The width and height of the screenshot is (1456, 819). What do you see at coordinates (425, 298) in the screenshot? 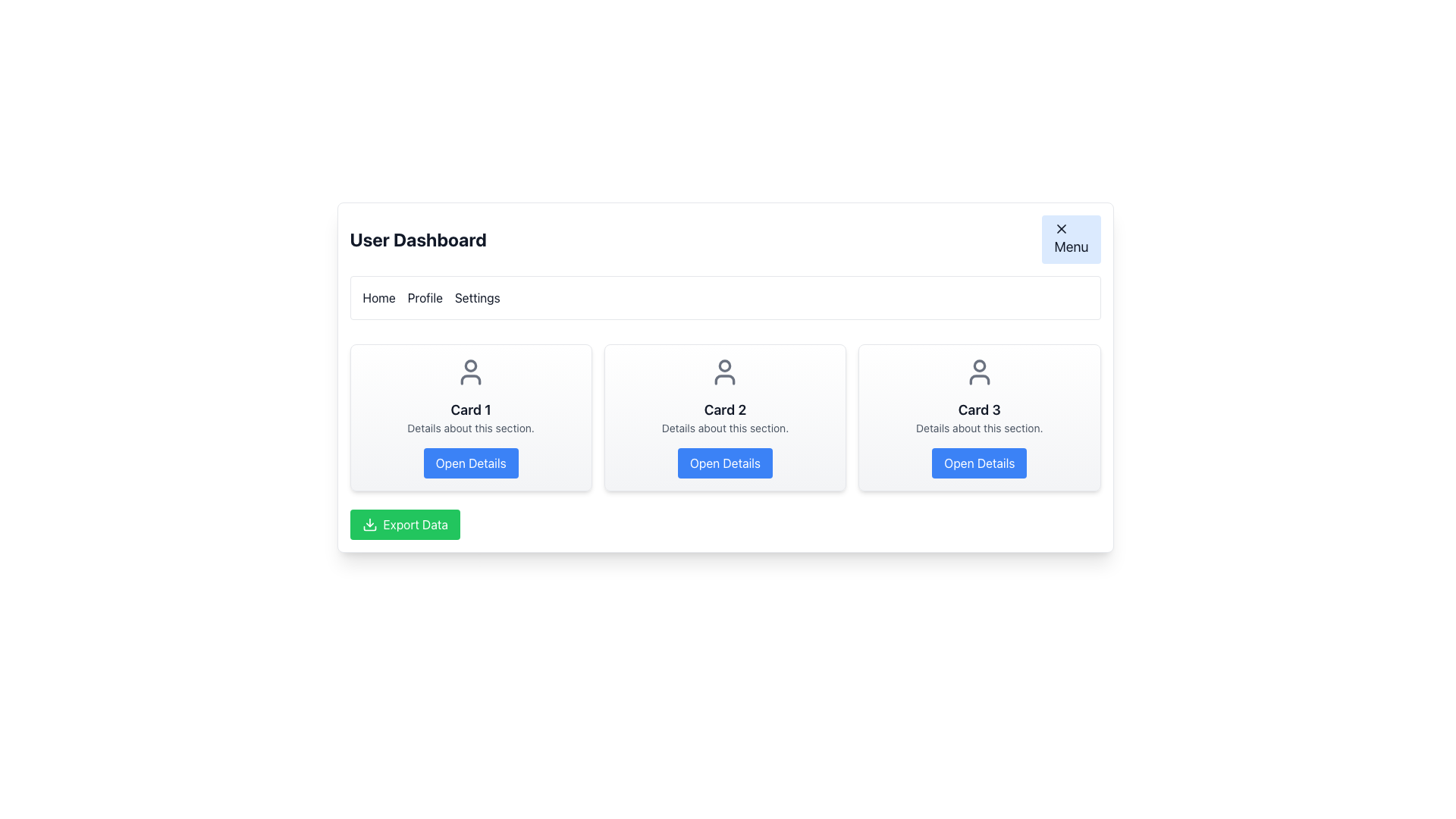
I see `the 'Profile' navigation link, which is the second item in a horizontal list of navigation items at the top center of the page` at bounding box center [425, 298].